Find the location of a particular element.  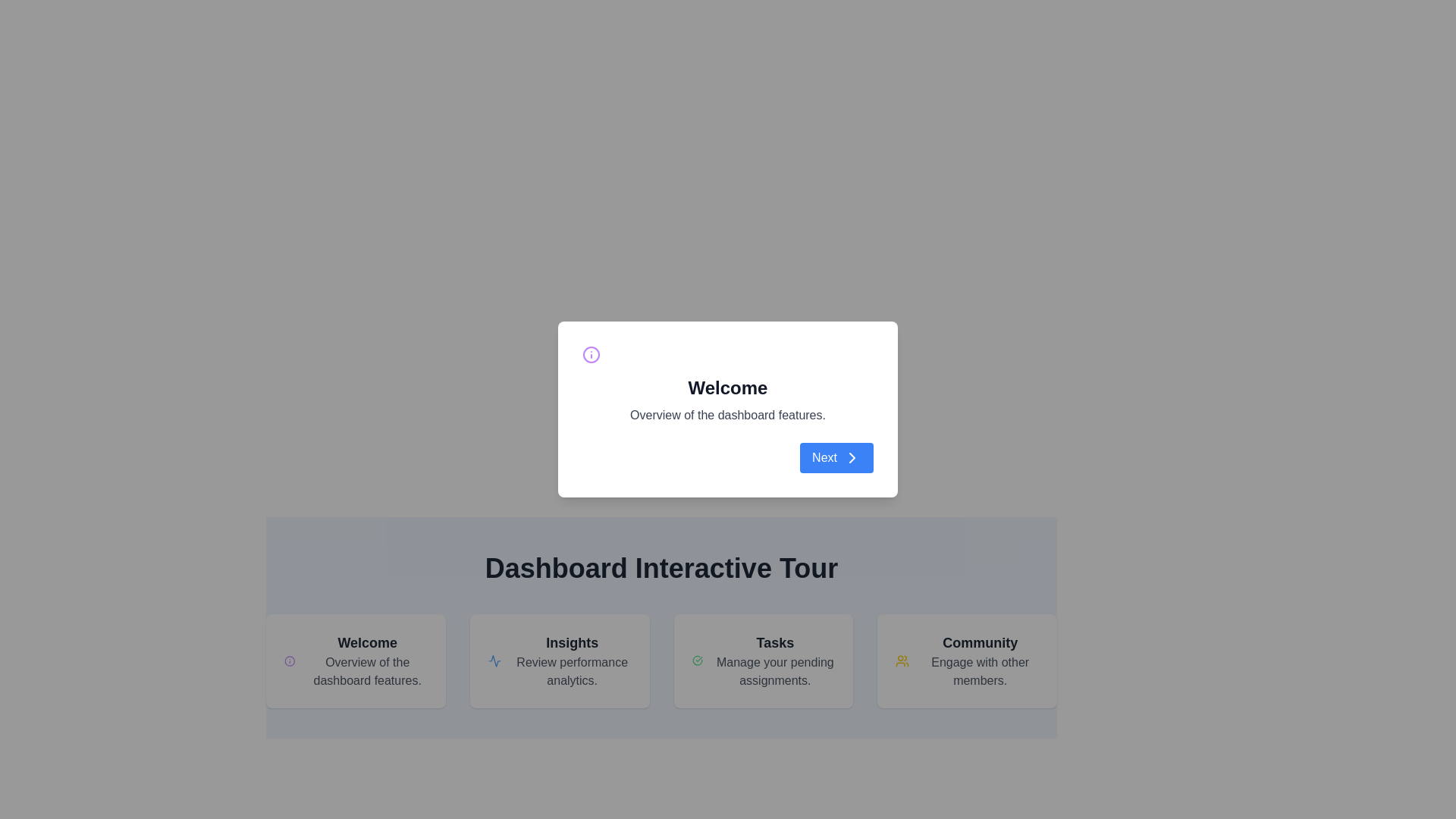

the Text label in the 'Welcome' section that provides a brief description of the card's purpose, located centrally in the bottom part of the card, immediately below the 'Welcome' label is located at coordinates (367, 671).